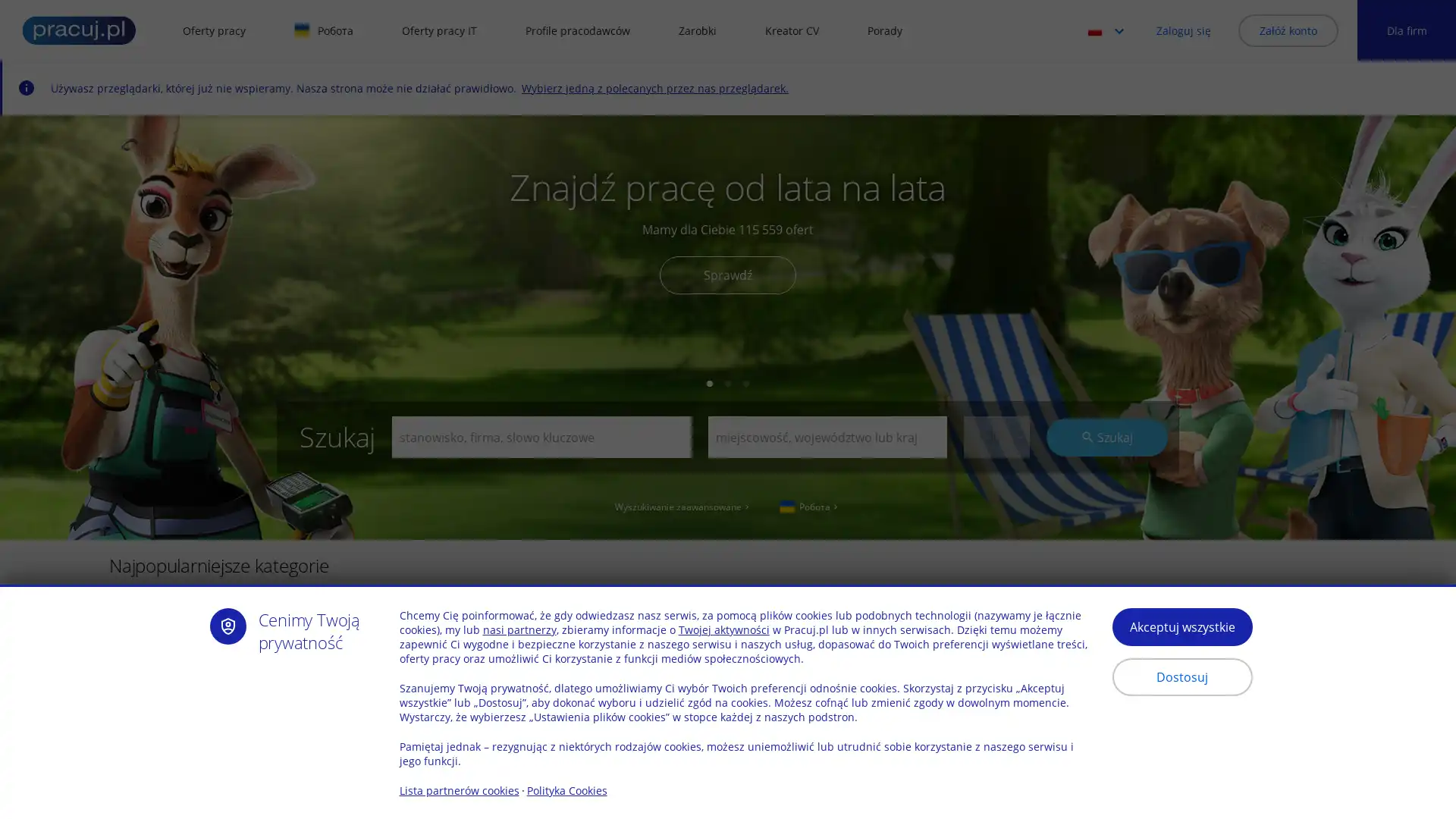 The height and width of the screenshot is (819, 1456). Describe the element at coordinates (996, 629) in the screenshot. I see `+ 35 km` at that location.